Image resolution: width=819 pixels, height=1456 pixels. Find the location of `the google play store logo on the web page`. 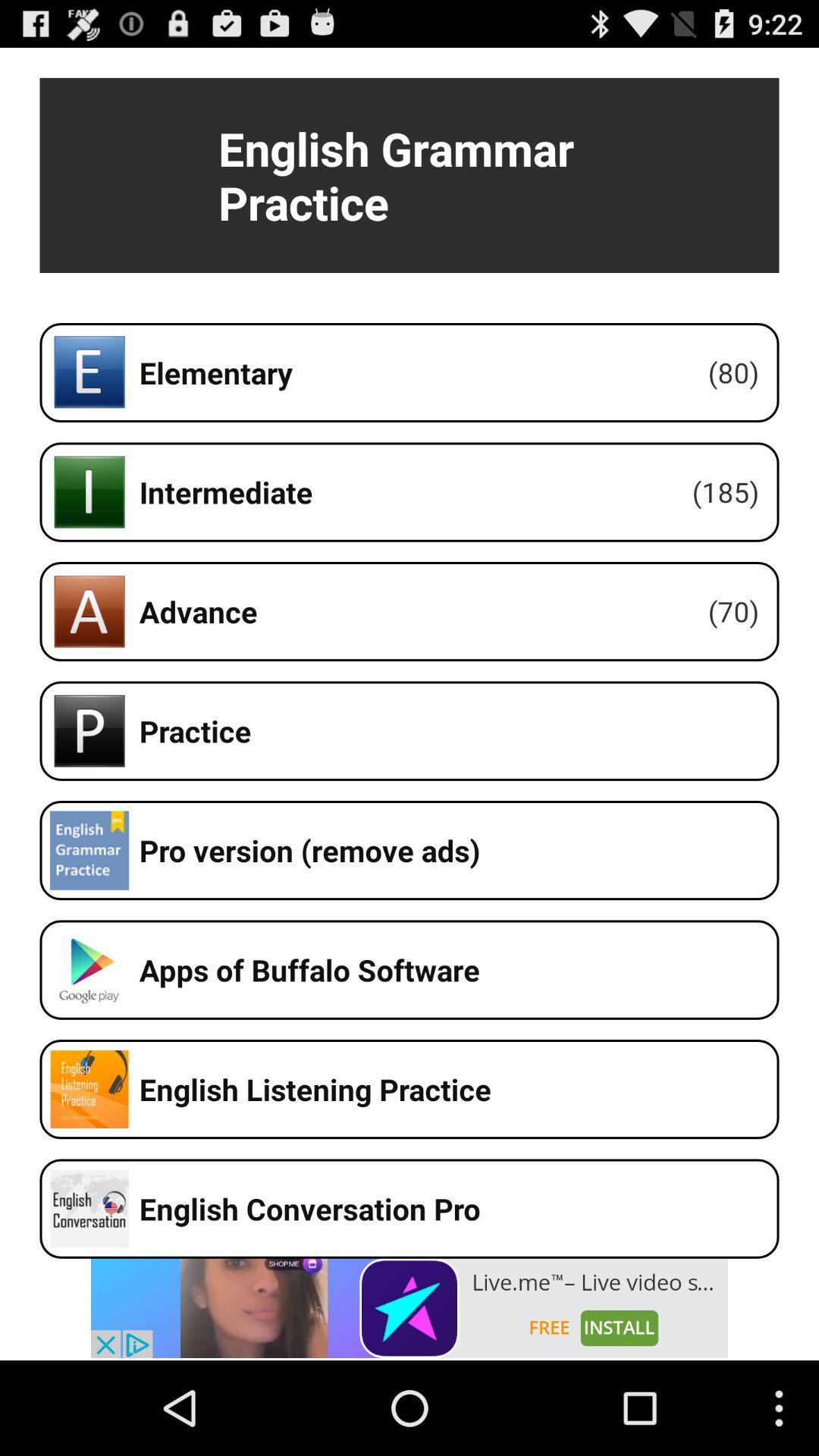

the google play store logo on the web page is located at coordinates (89, 969).